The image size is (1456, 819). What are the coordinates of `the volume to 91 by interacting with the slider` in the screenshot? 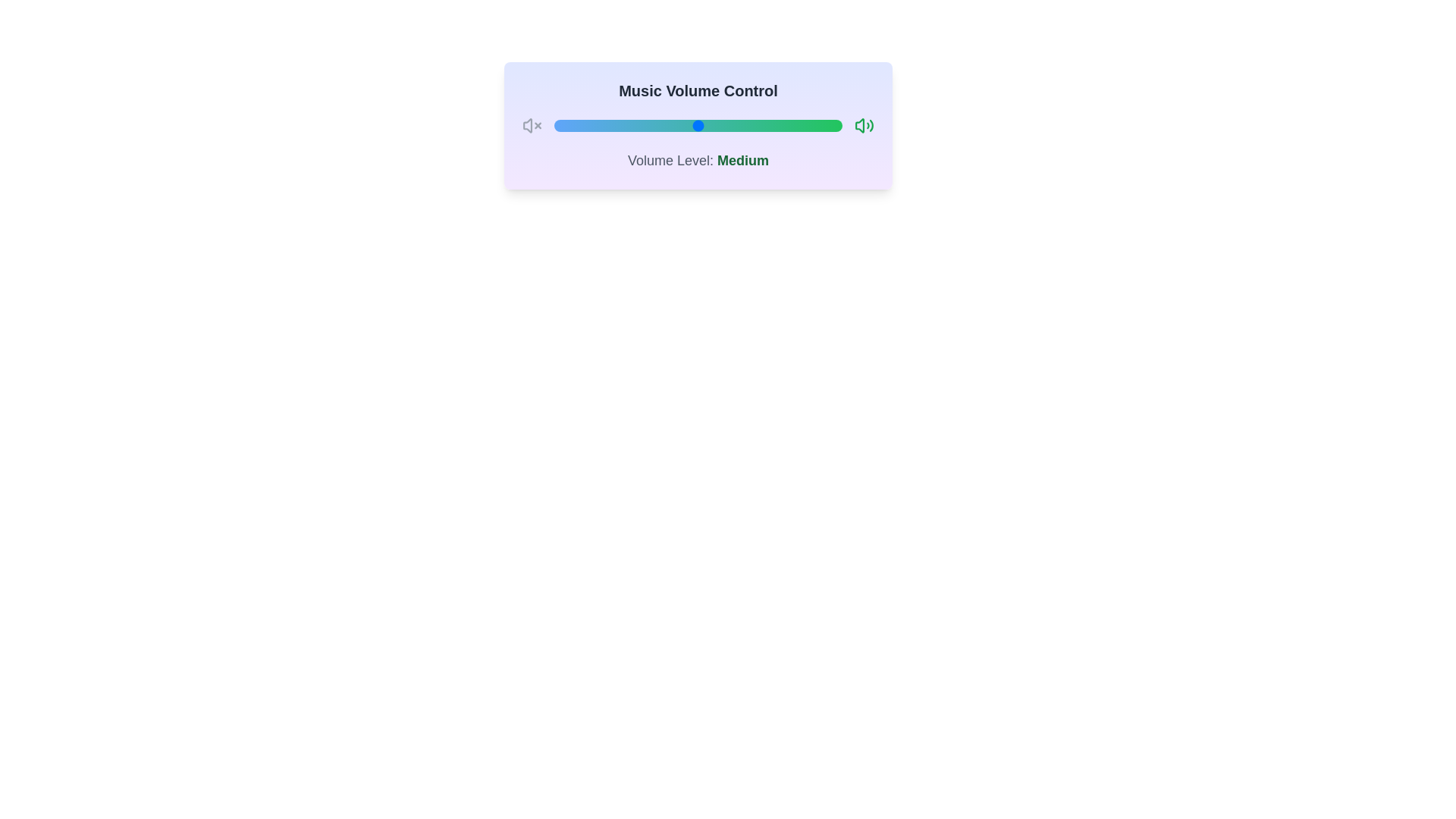 It's located at (815, 124).